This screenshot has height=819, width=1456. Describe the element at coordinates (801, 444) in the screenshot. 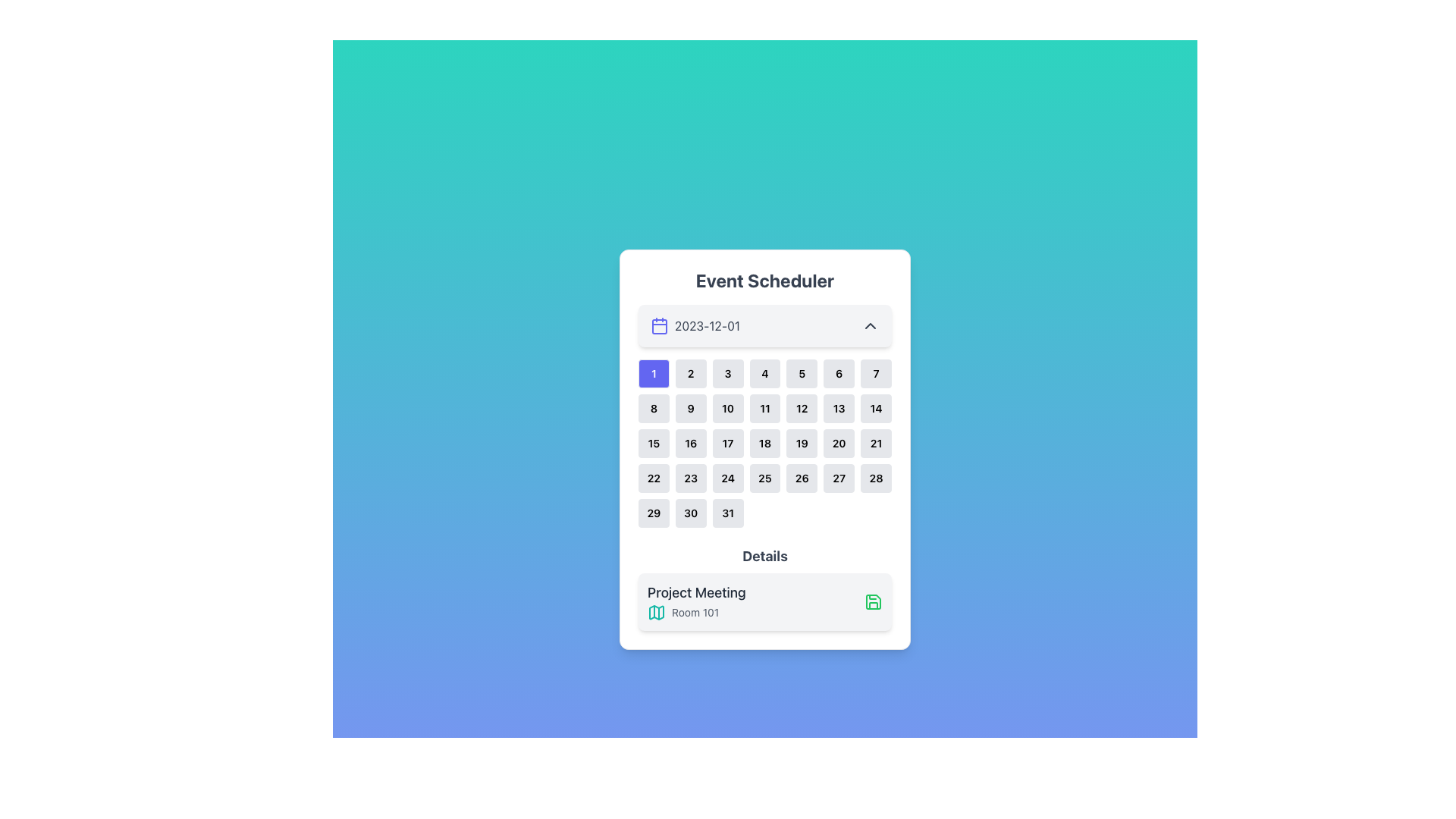

I see `the Interactive calendar tile displaying the number '19'` at that location.